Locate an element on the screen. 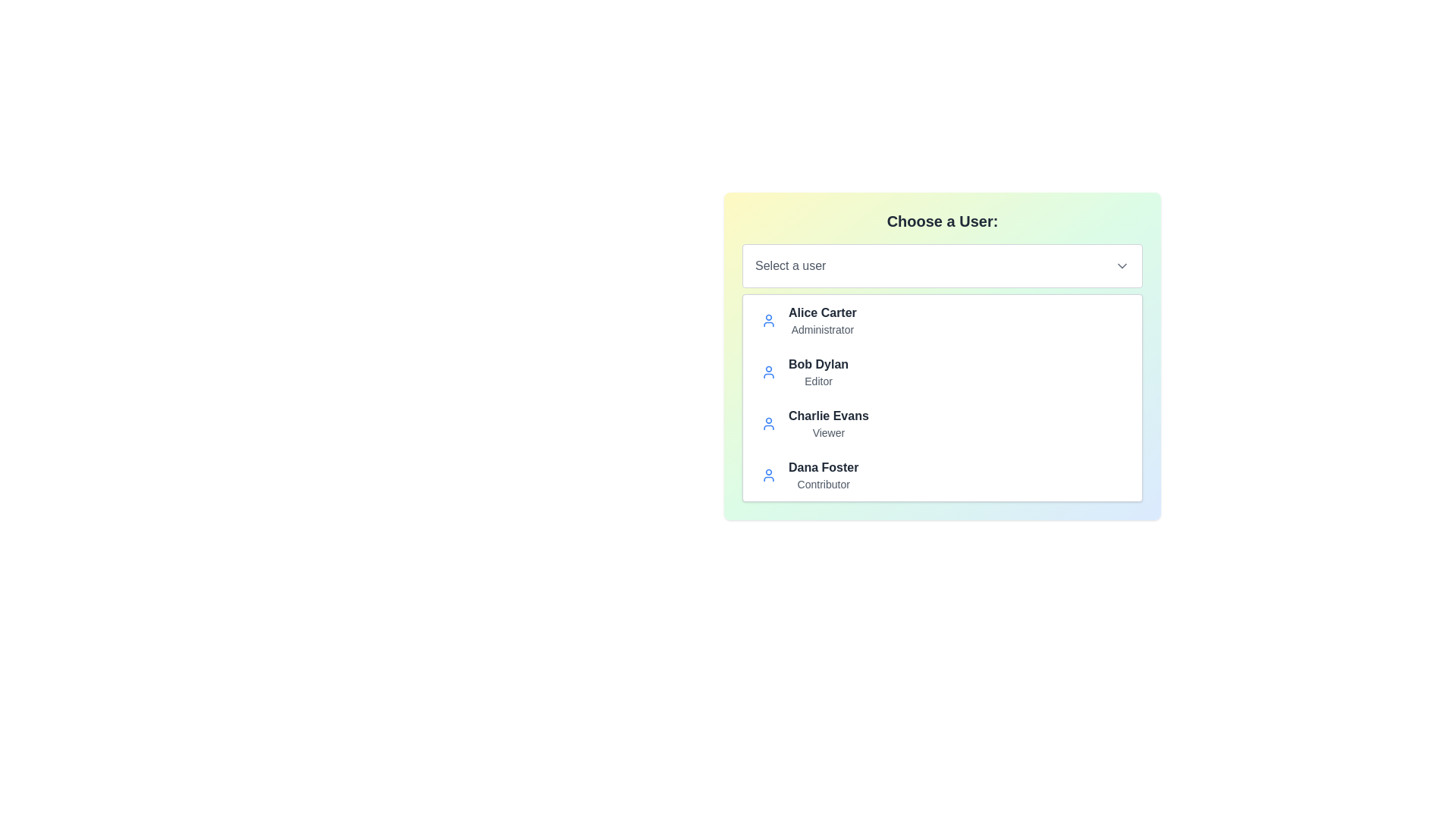  the user list item for 'Bob Dylan', the second entry in the user selection dropdown is located at coordinates (942, 372).